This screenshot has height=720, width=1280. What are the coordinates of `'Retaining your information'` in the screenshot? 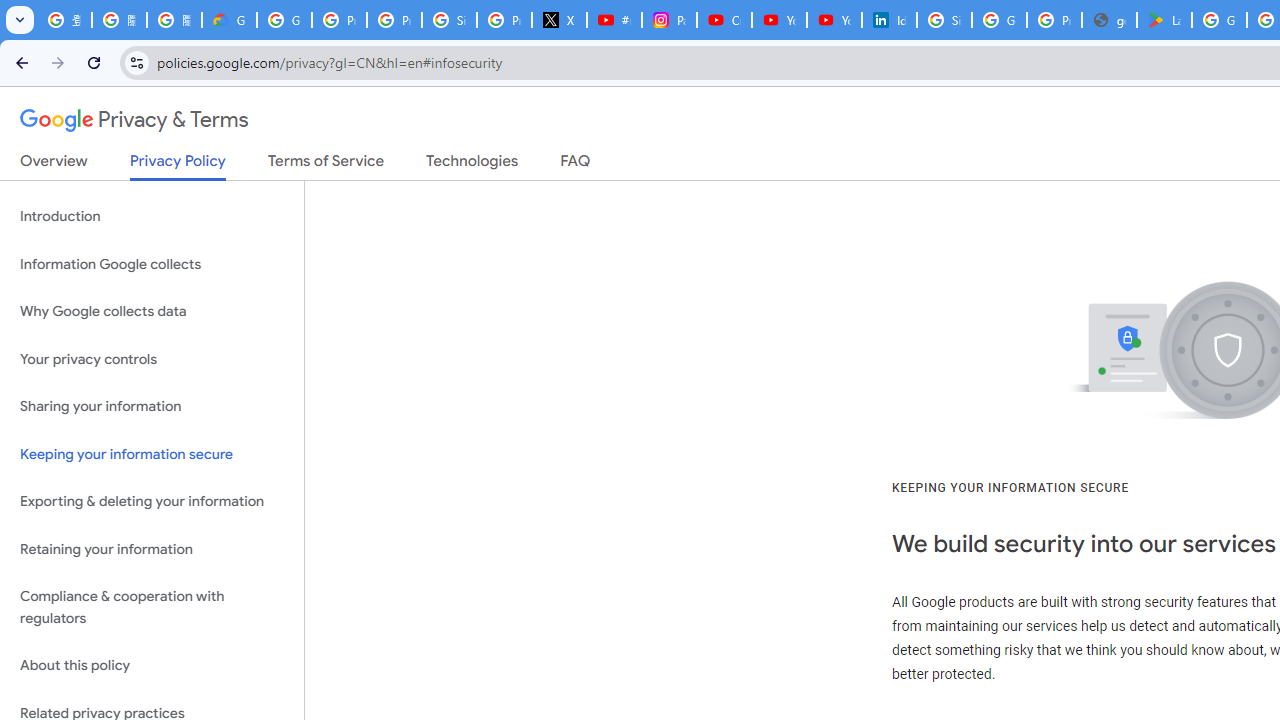 It's located at (151, 549).